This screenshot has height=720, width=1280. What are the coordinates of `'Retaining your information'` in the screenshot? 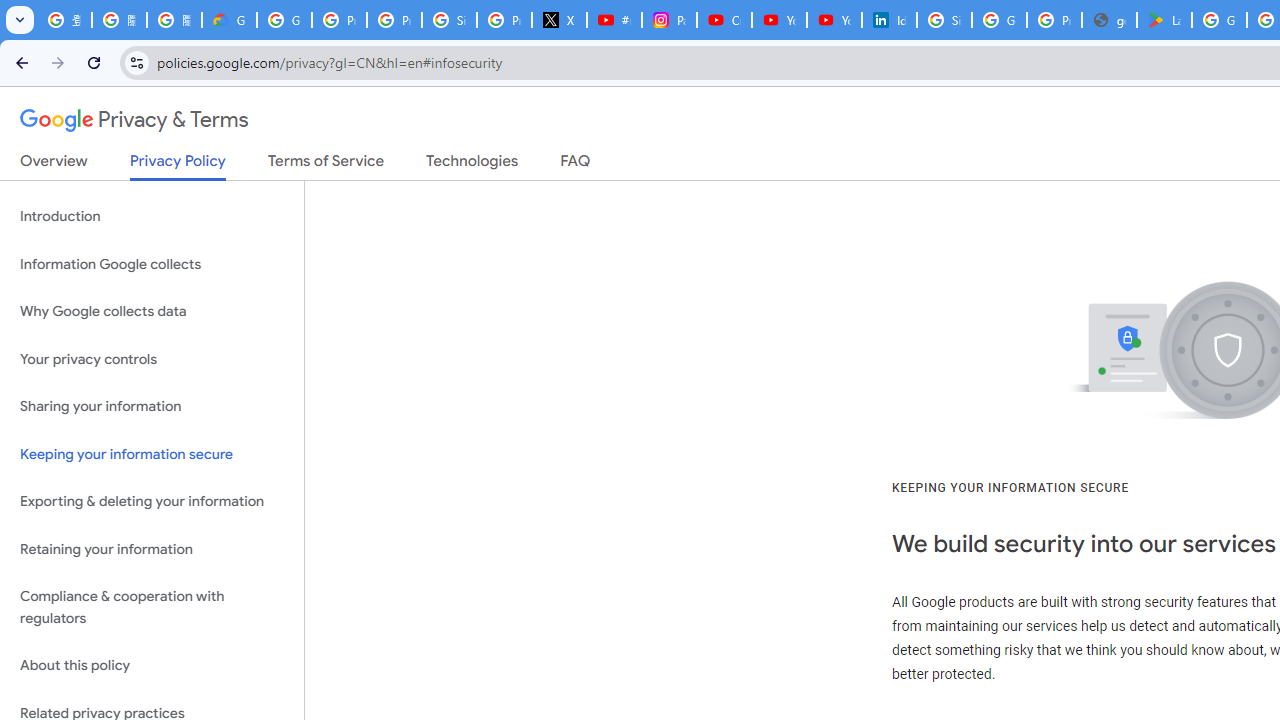 It's located at (151, 549).